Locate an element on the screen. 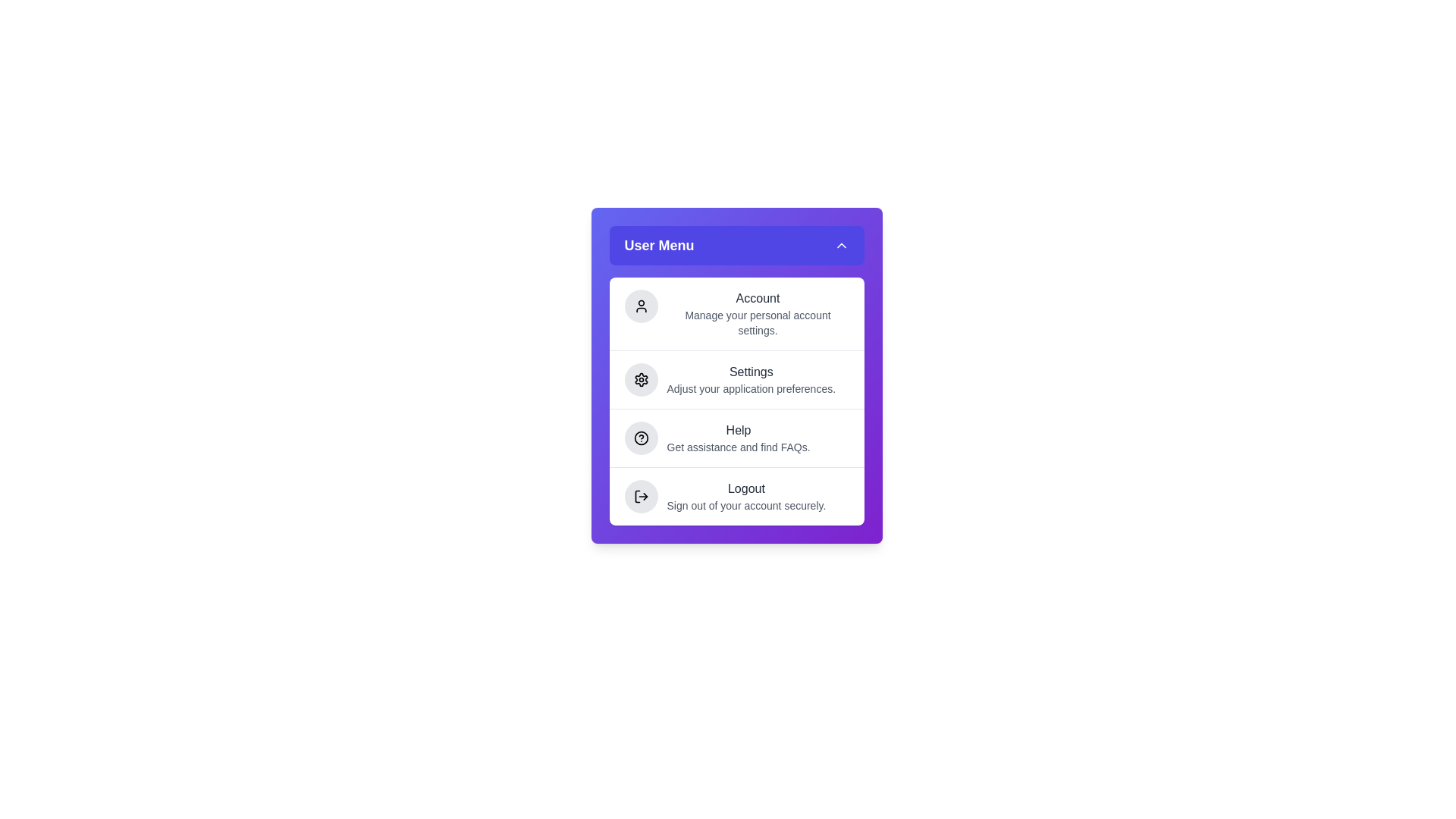  the menu item Settings to view its highlight effect is located at coordinates (736, 378).